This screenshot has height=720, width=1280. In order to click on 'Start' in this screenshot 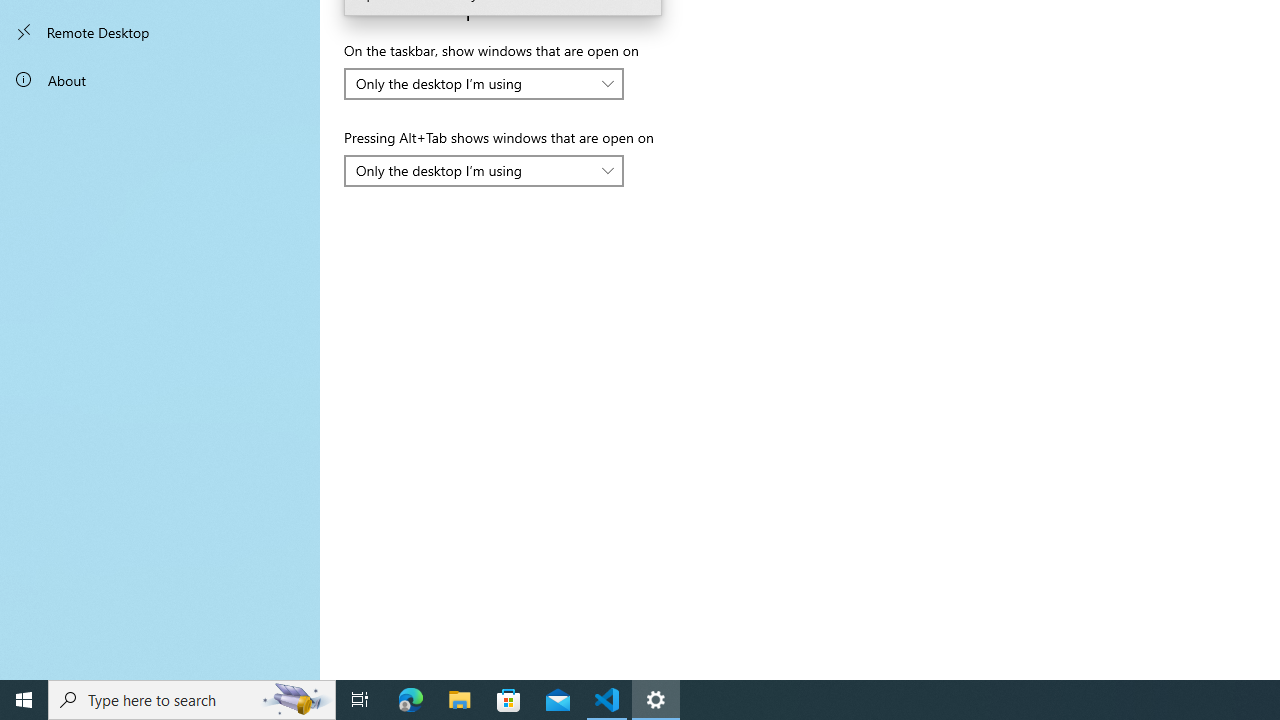, I will do `click(24, 698)`.